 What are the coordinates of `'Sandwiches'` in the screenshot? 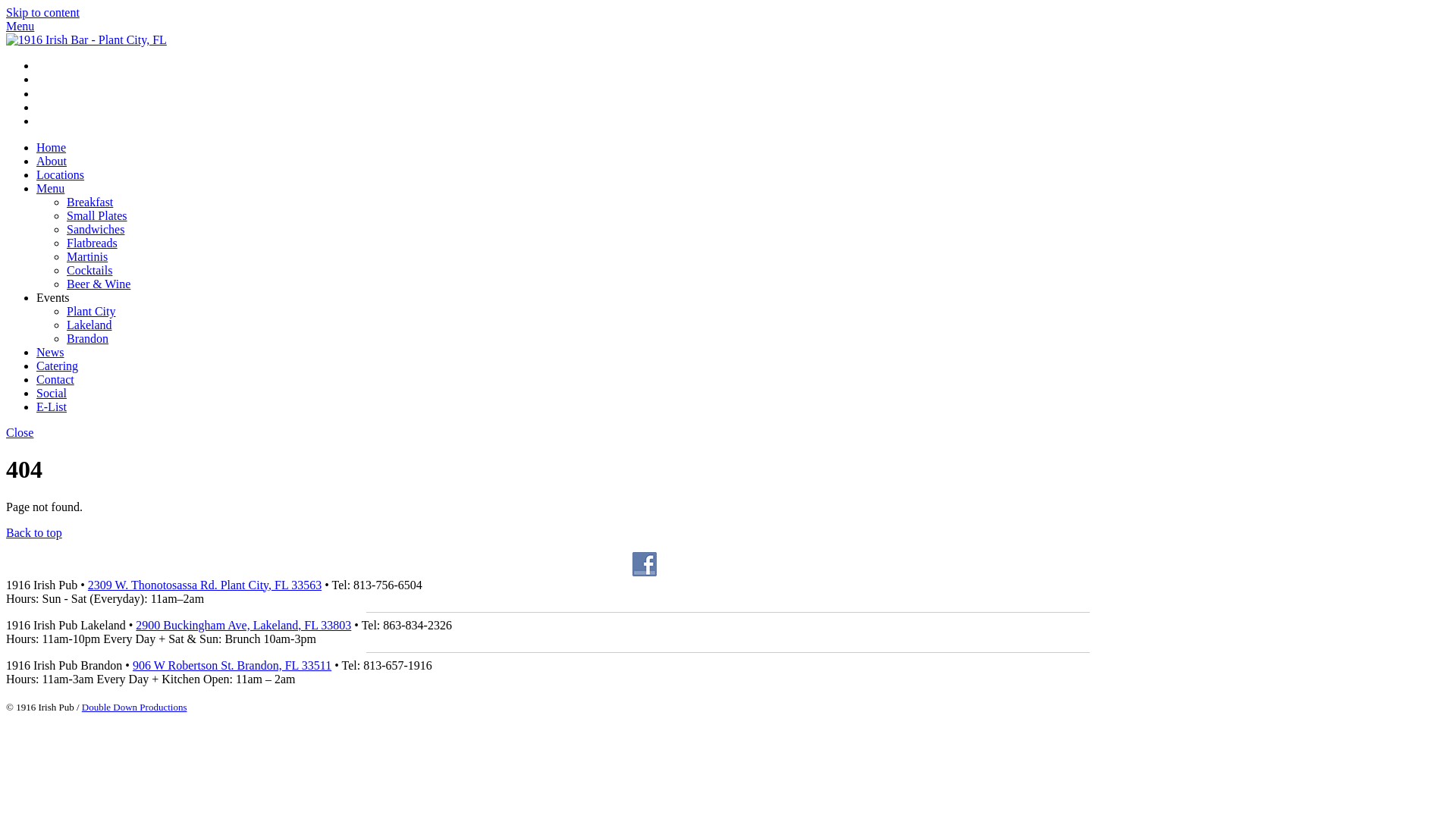 It's located at (94, 229).